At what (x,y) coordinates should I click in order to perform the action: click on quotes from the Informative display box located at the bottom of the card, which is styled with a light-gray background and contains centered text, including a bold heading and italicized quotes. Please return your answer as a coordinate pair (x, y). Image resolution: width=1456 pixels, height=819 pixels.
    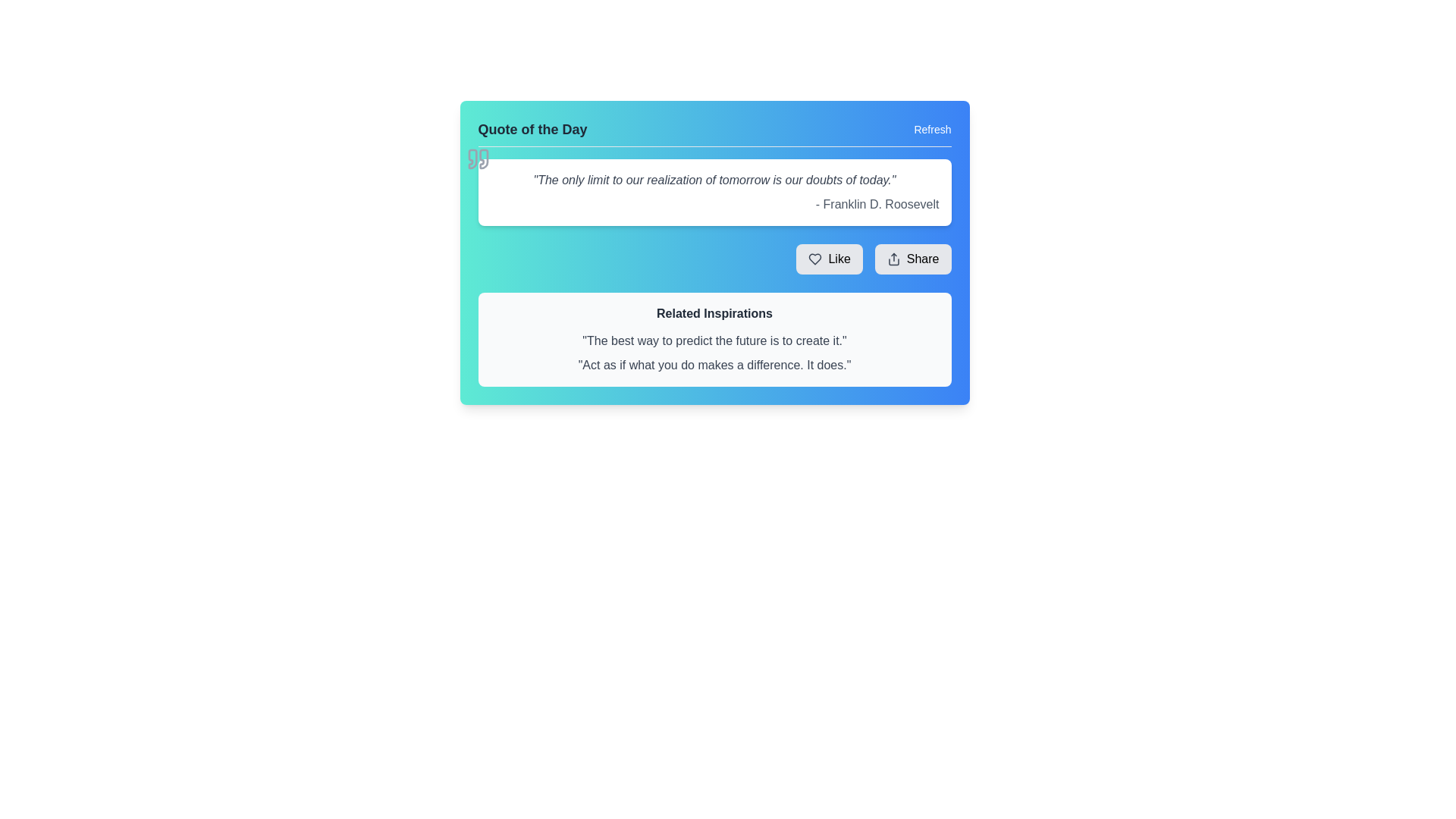
    Looking at the image, I should click on (714, 338).